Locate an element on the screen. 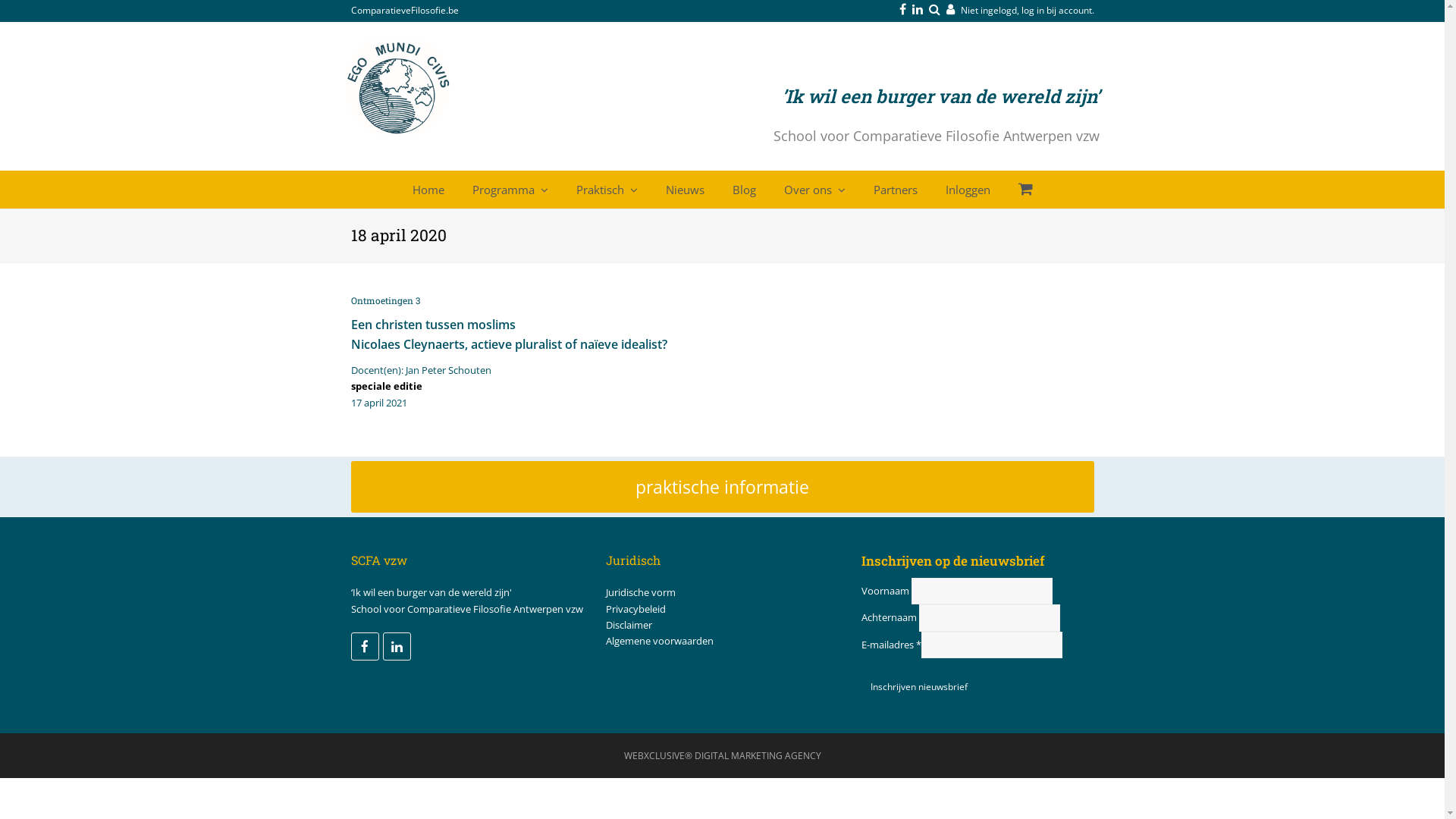 The height and width of the screenshot is (819, 1456). 'Disclaimer' is located at coordinates (629, 625).